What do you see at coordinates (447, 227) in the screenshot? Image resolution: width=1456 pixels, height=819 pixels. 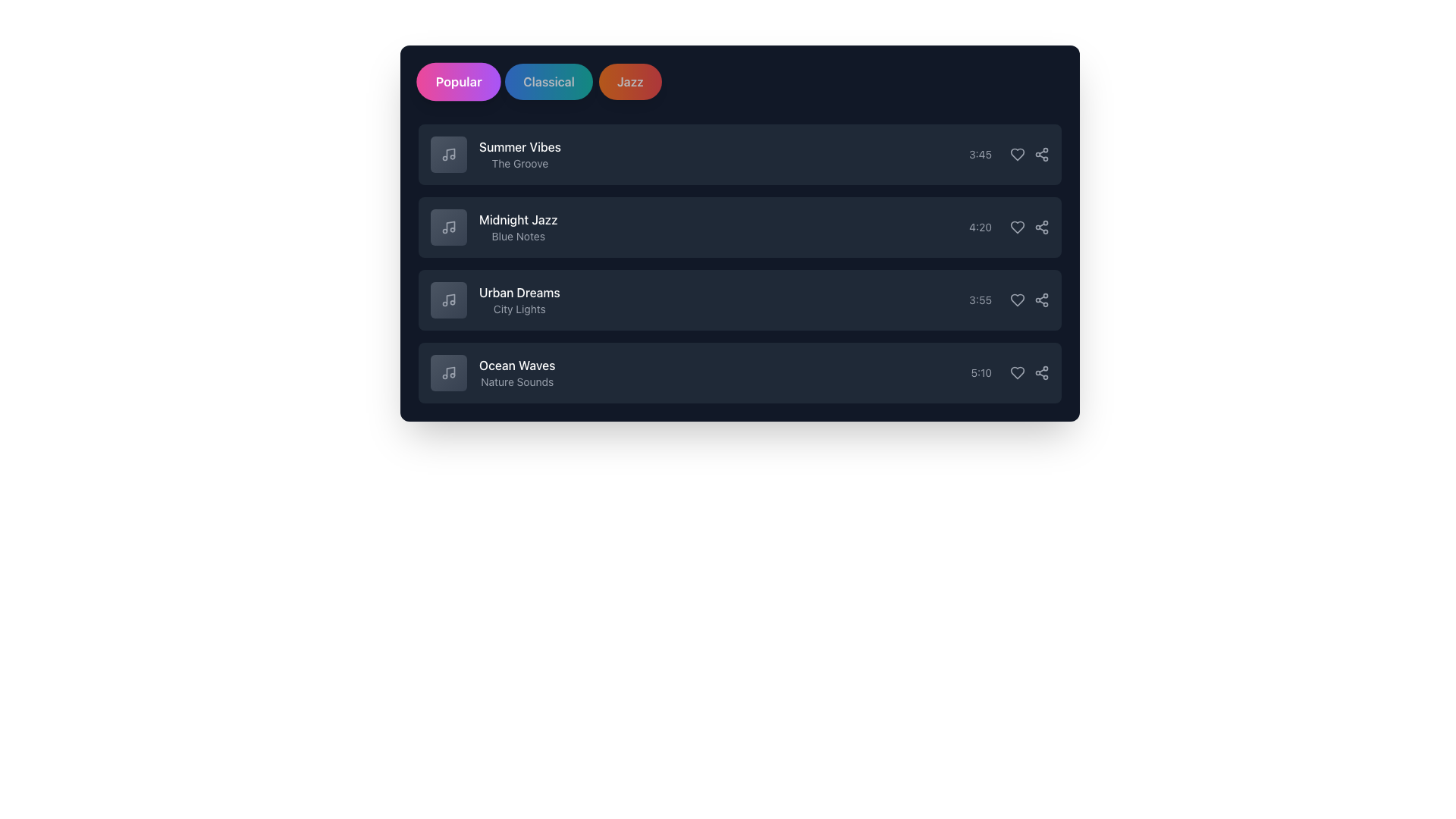 I see `design details of the Icon representing a musical note located in the 'Midnight Jazz' row of the list` at bounding box center [447, 227].